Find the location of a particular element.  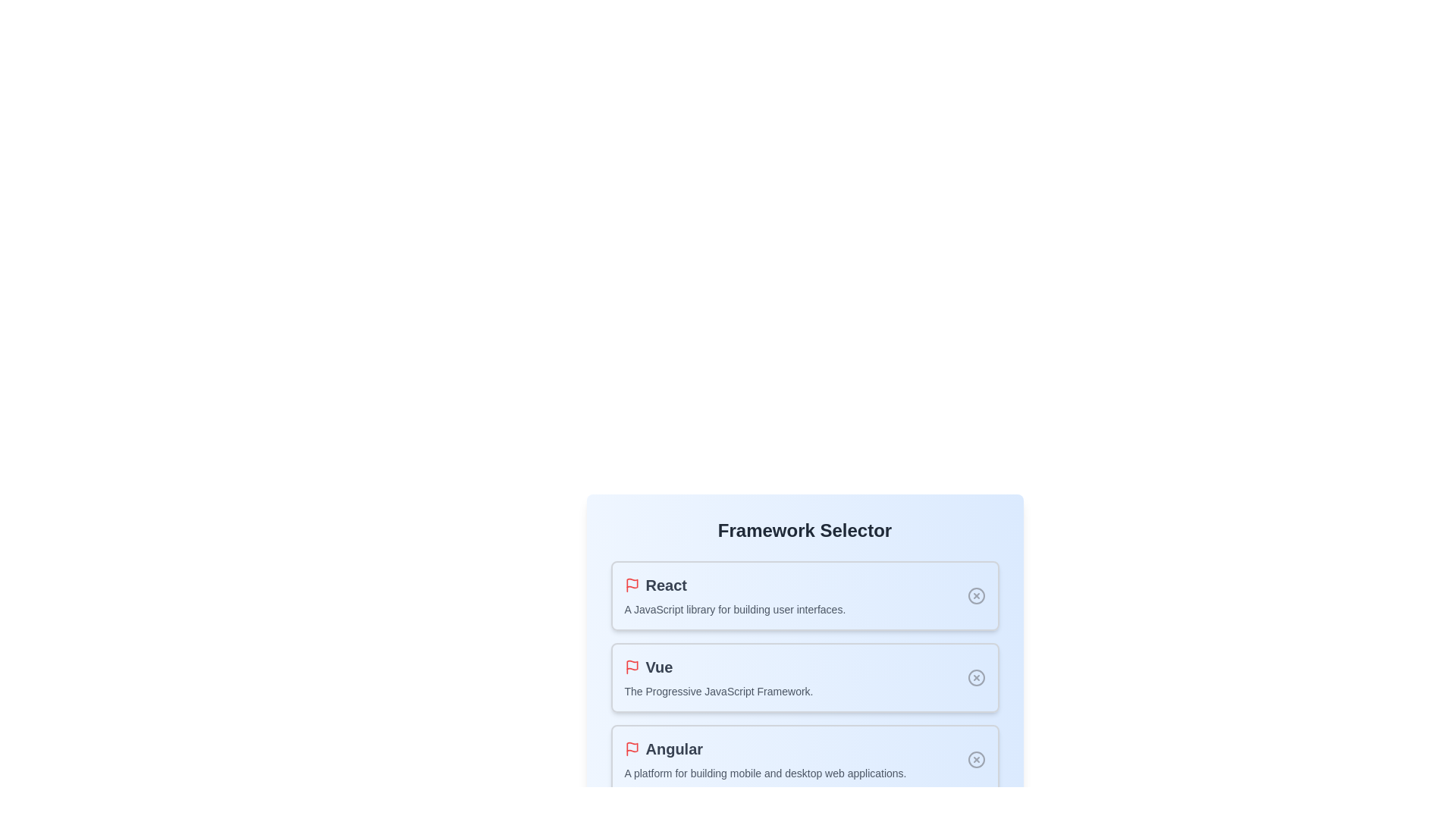

the selection state indicator for Angular is located at coordinates (976, 760).